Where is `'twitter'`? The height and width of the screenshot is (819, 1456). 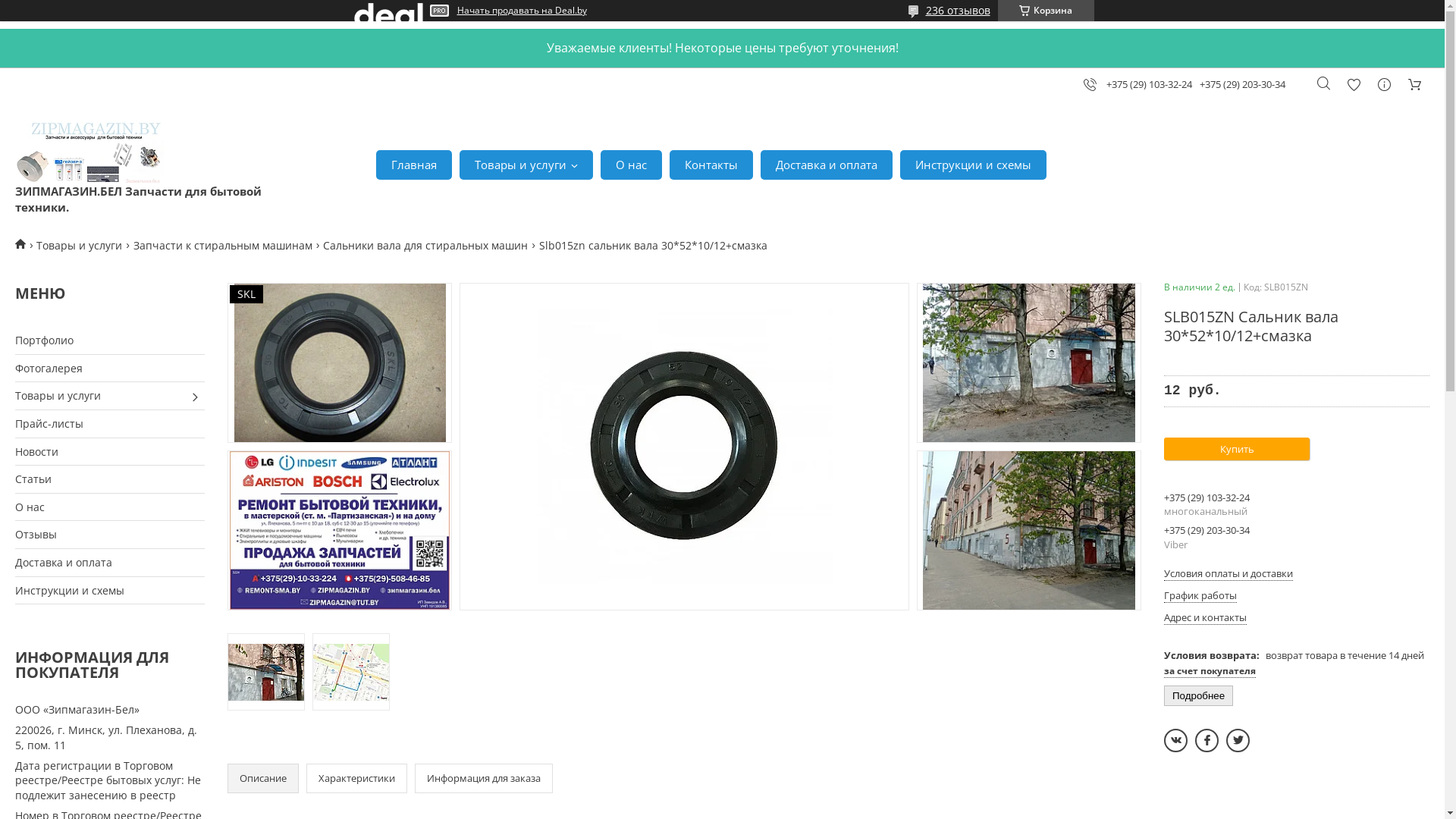
'twitter' is located at coordinates (1238, 739).